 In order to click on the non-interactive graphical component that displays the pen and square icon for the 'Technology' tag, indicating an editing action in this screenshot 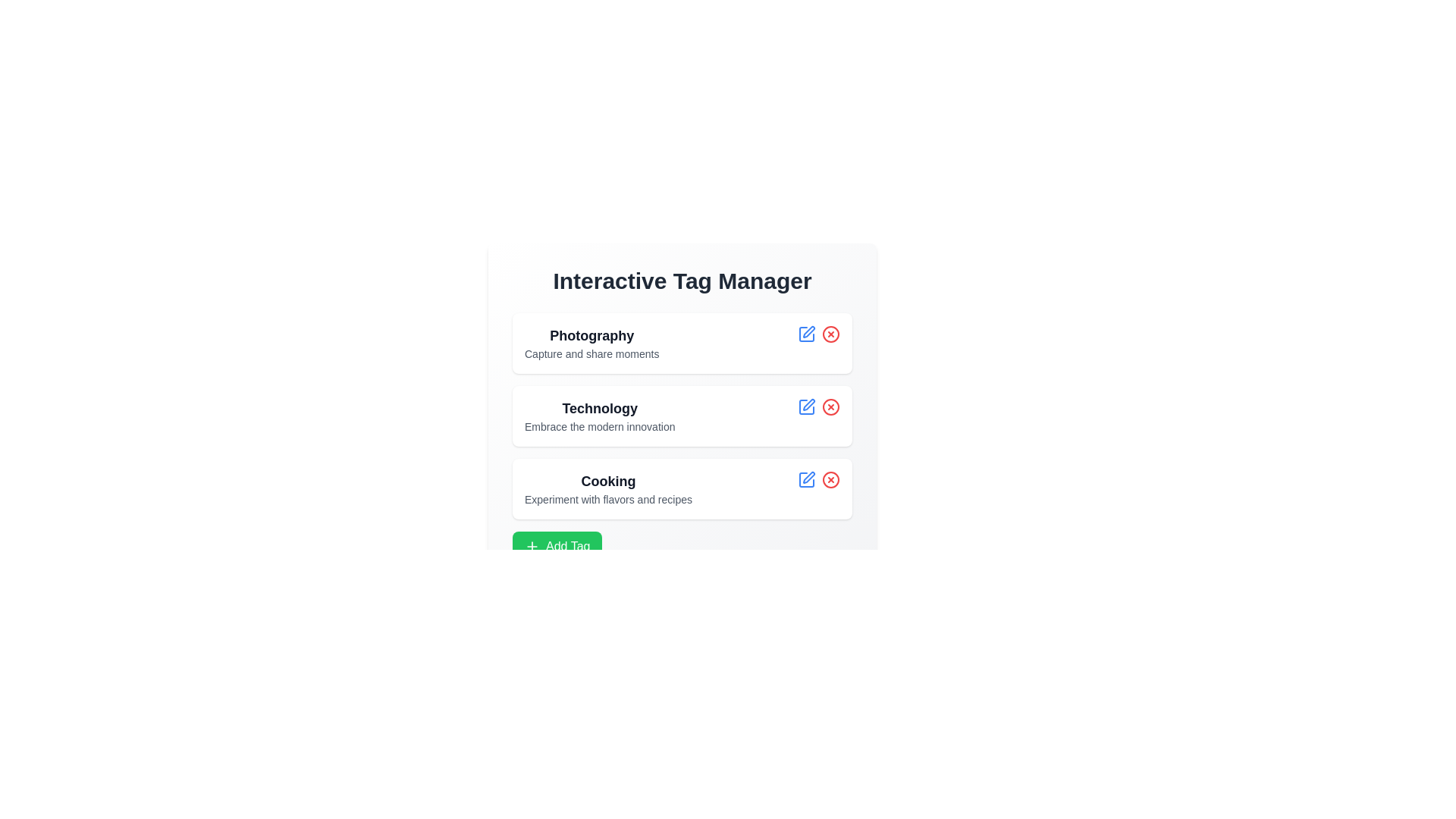, I will do `click(806, 333)`.